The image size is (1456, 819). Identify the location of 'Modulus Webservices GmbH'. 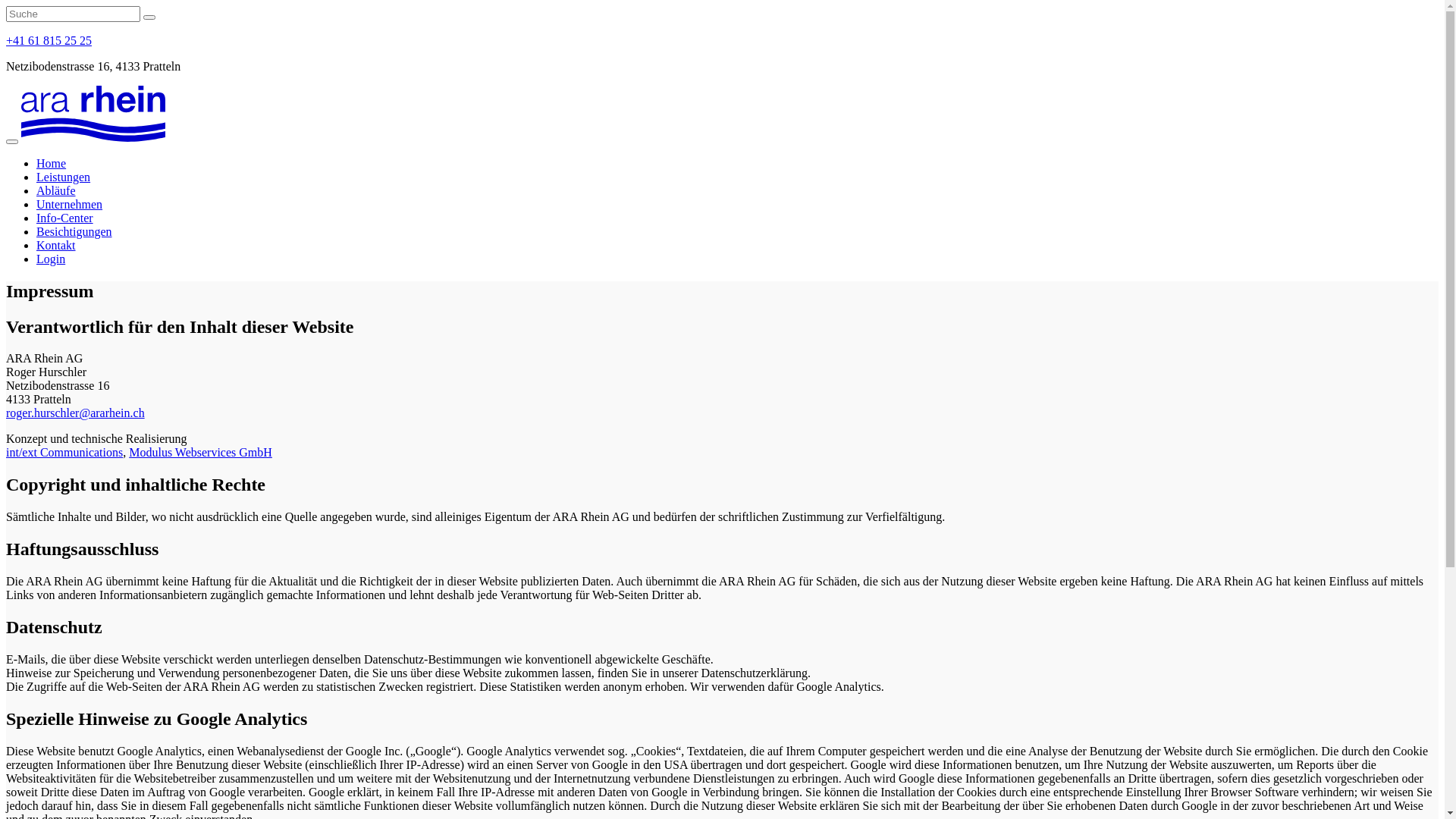
(128, 451).